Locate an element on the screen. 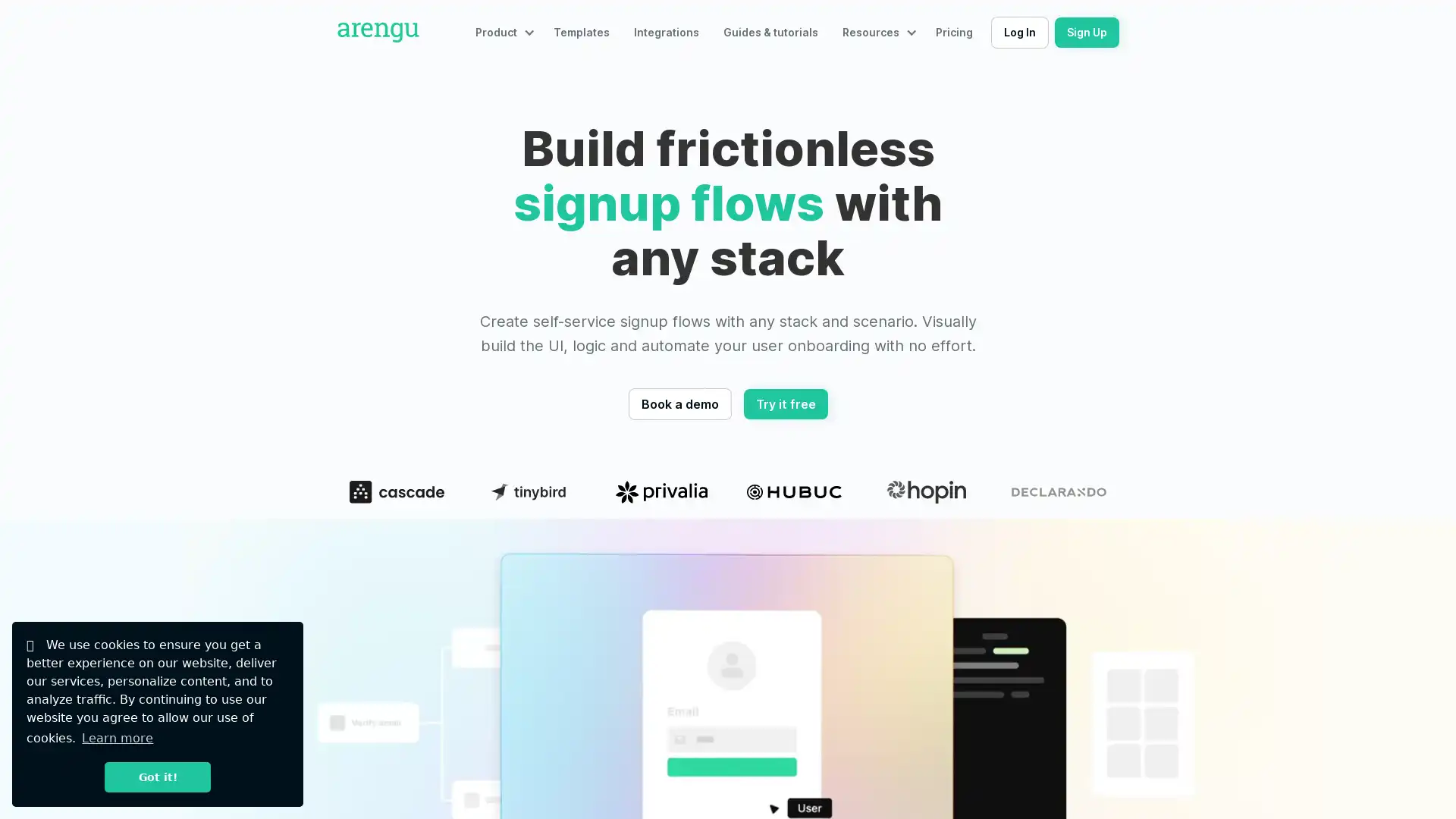 Image resolution: width=1456 pixels, height=819 pixels. learn more about cookies is located at coordinates (116, 737).